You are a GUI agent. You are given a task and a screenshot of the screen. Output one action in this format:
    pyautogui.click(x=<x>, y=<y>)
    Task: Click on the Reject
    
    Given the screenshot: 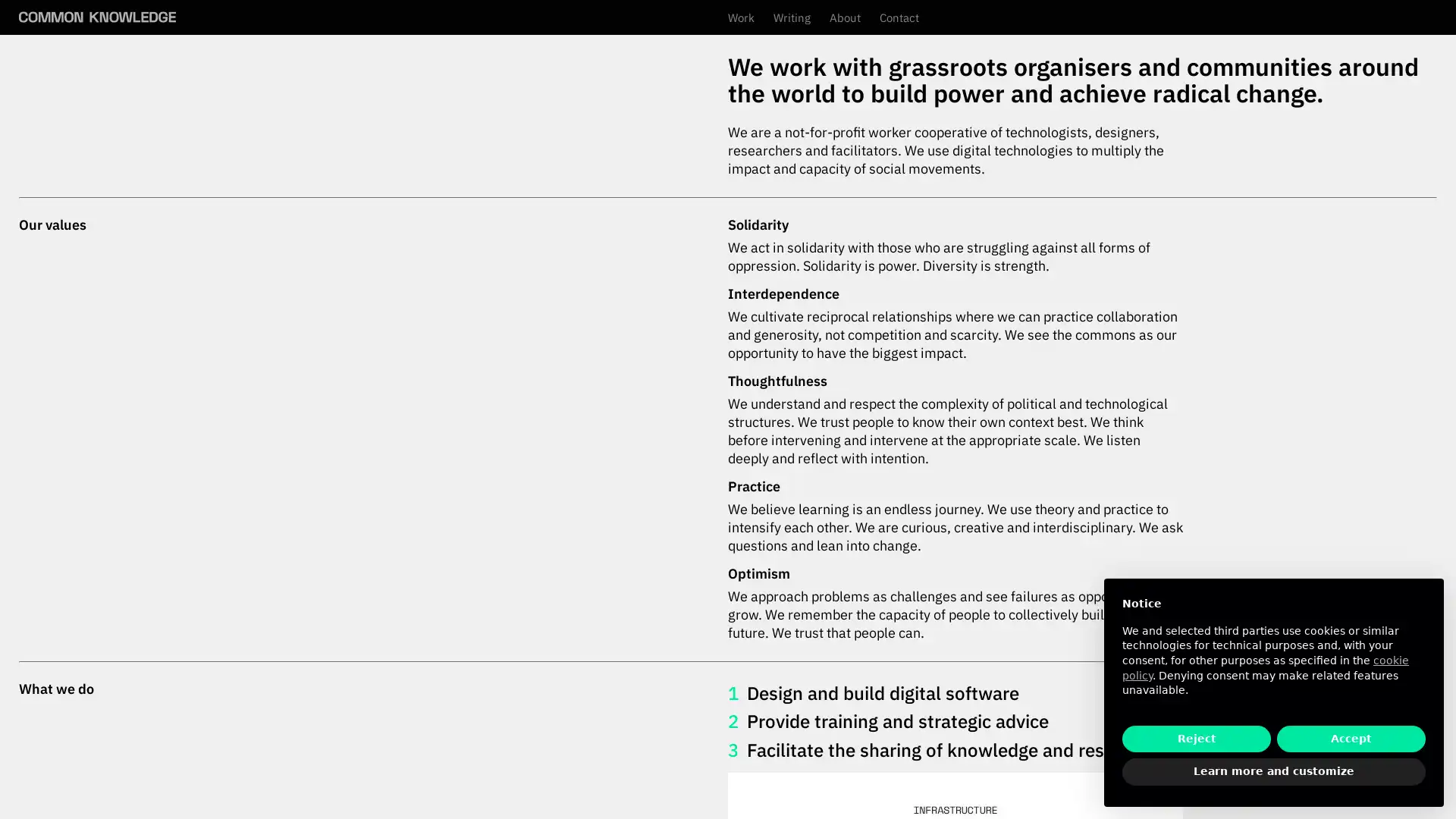 What is the action you would take?
    pyautogui.click(x=1196, y=738)
    